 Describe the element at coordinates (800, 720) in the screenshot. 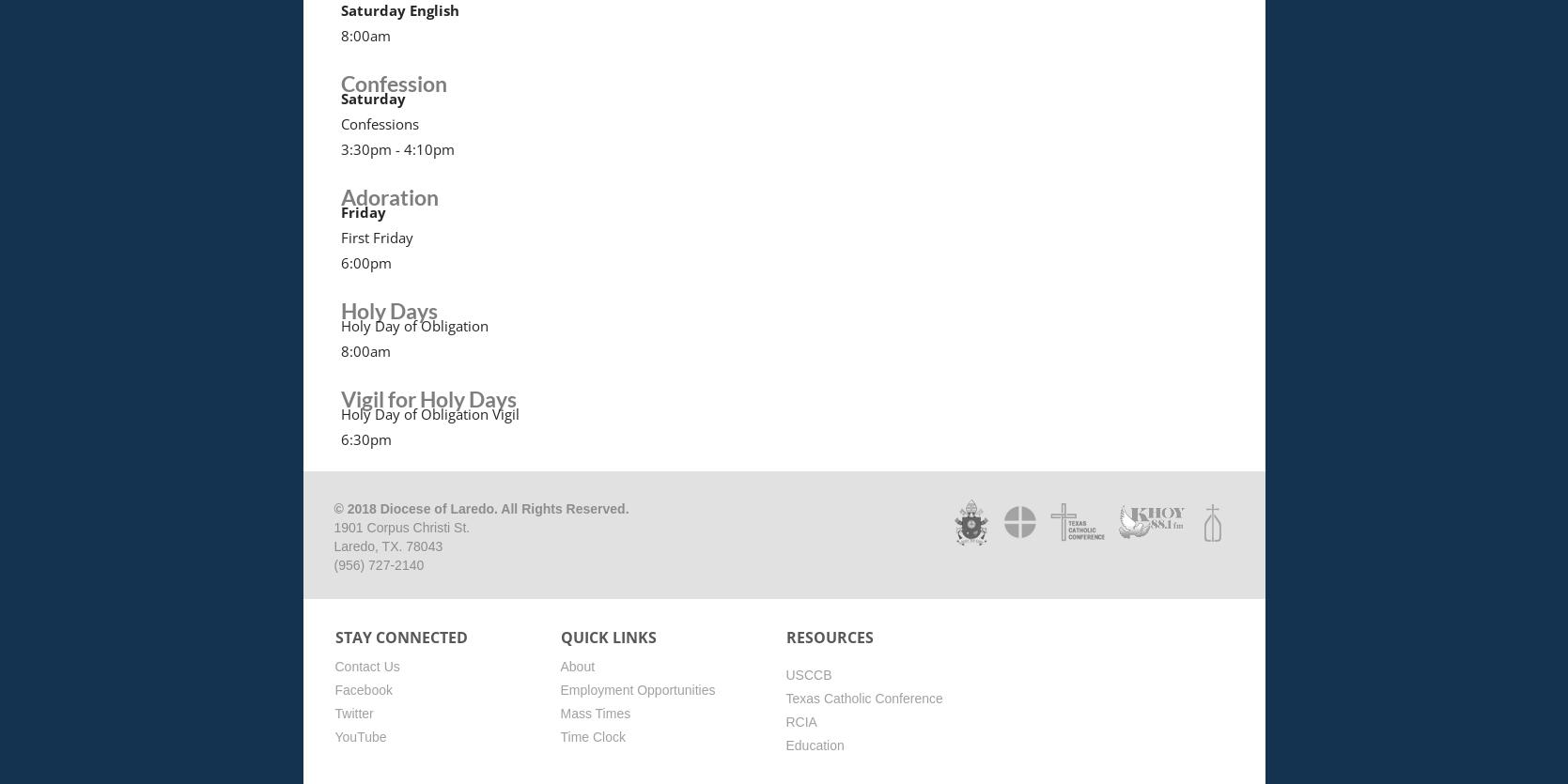

I see `'RCIA'` at that location.